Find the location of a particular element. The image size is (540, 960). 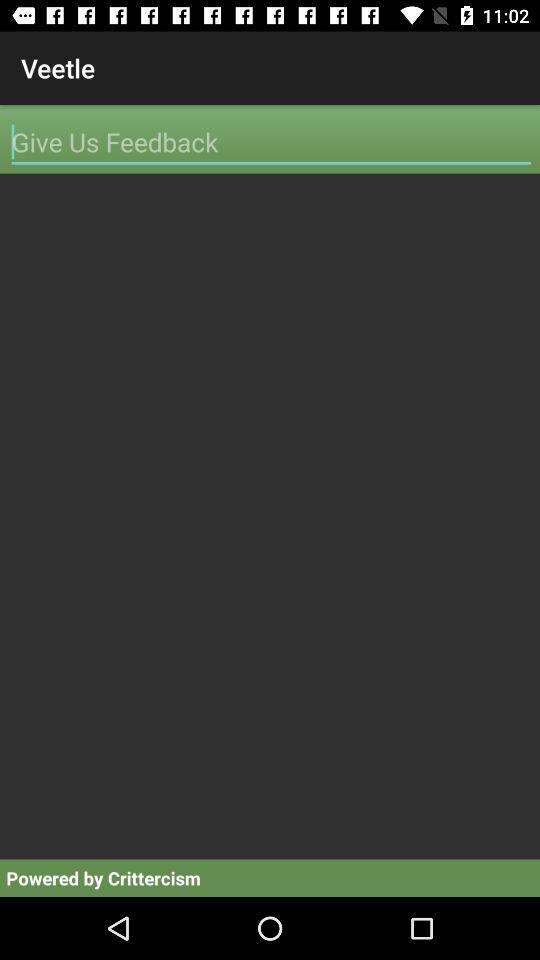

feedback text is located at coordinates (270, 141).